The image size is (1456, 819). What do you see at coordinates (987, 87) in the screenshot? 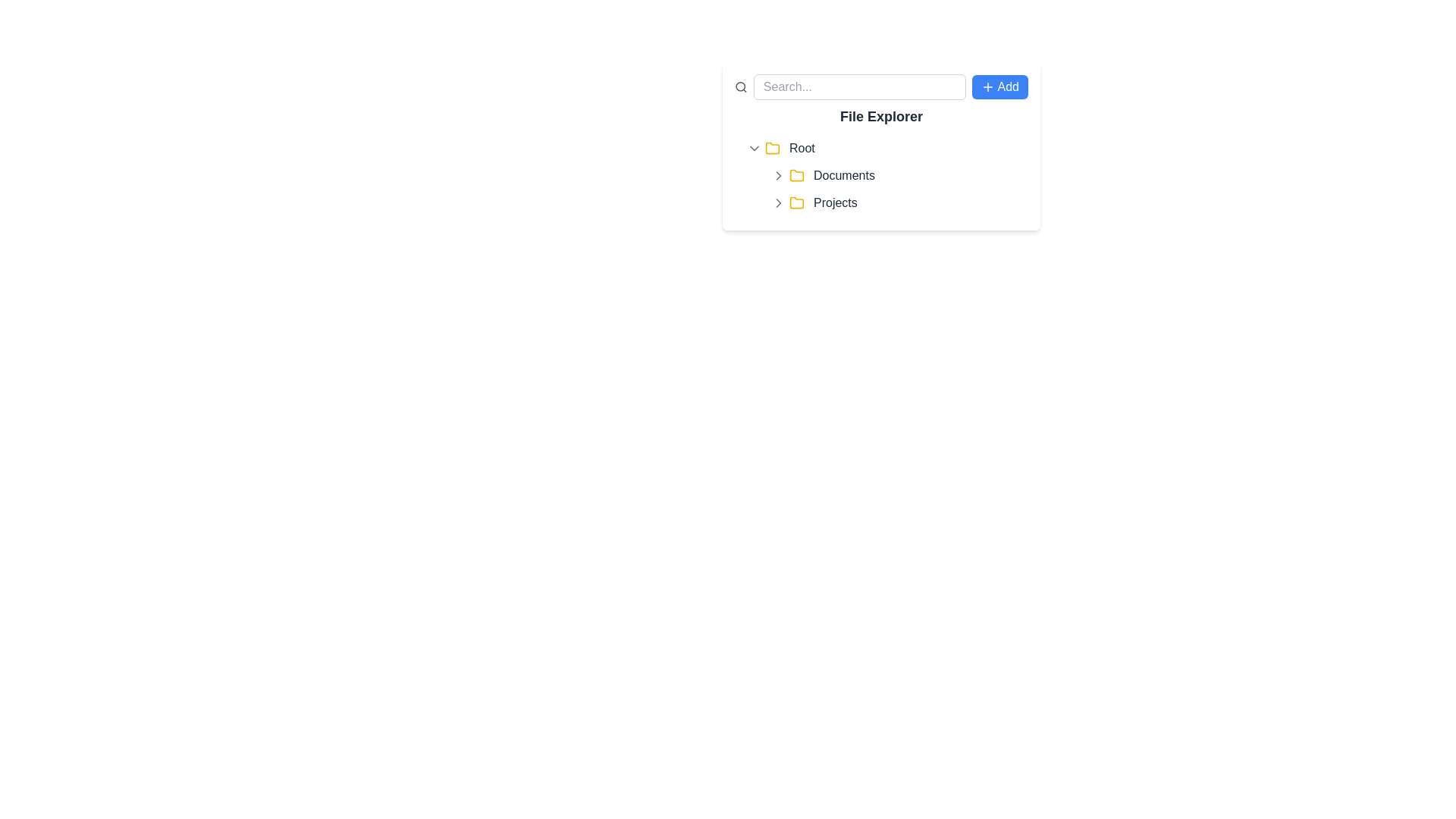
I see `the plus sign icon located inside the 'Add' button` at bounding box center [987, 87].